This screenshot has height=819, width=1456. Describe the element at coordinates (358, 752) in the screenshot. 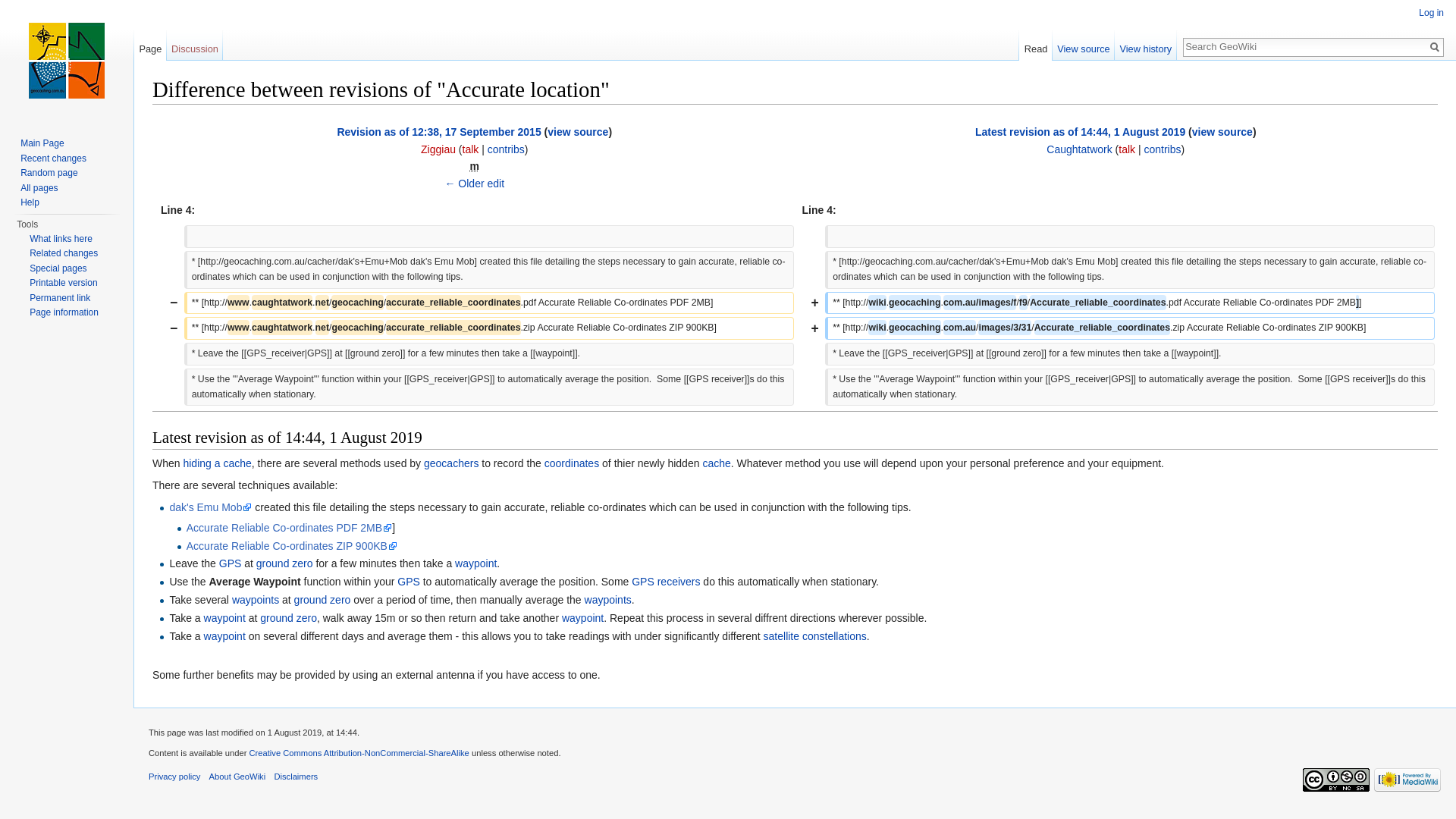

I see `'Creative Commons Attribution-NonCommercial-ShareAlike'` at that location.